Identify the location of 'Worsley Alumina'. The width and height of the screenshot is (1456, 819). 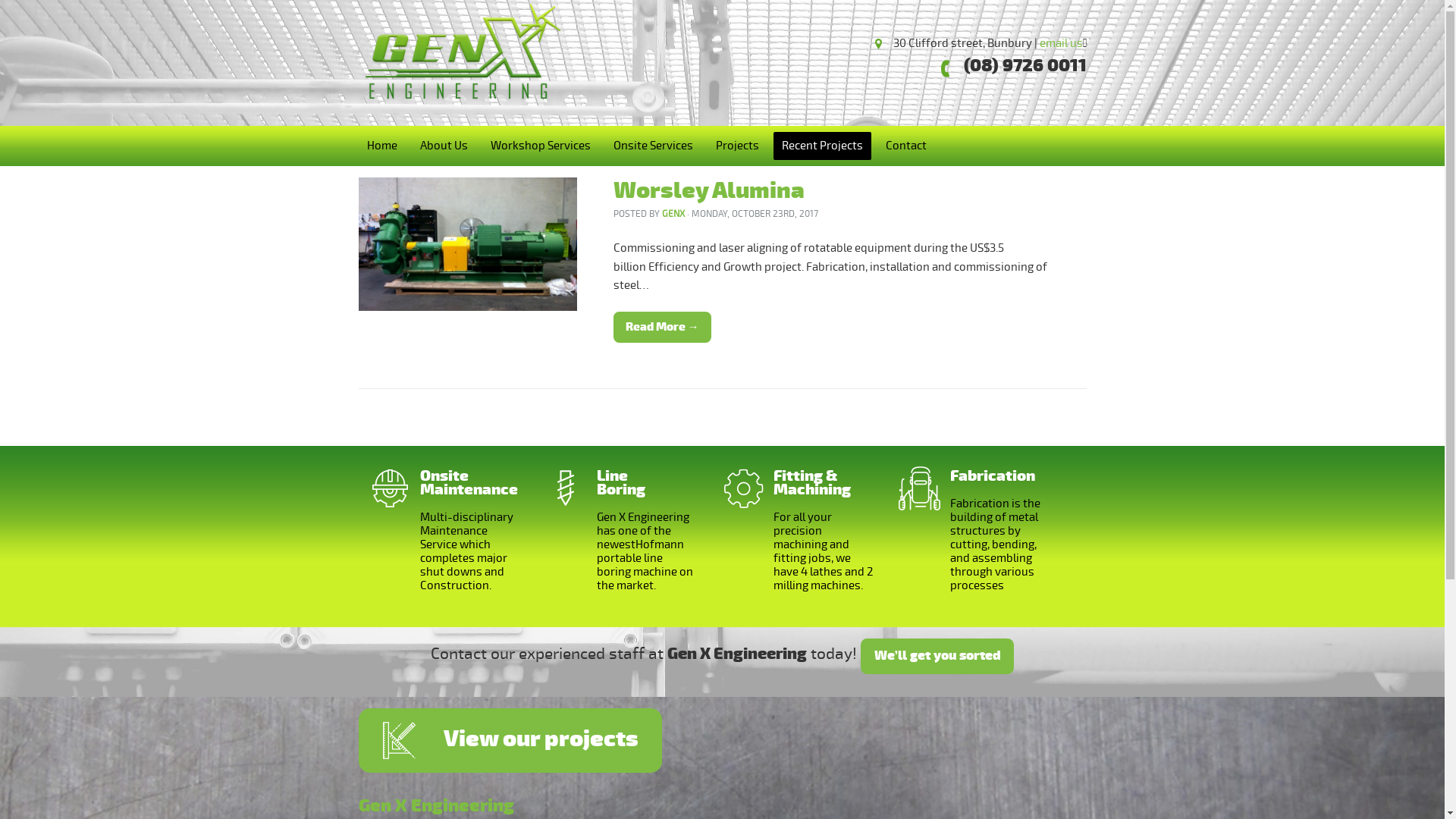
(708, 190).